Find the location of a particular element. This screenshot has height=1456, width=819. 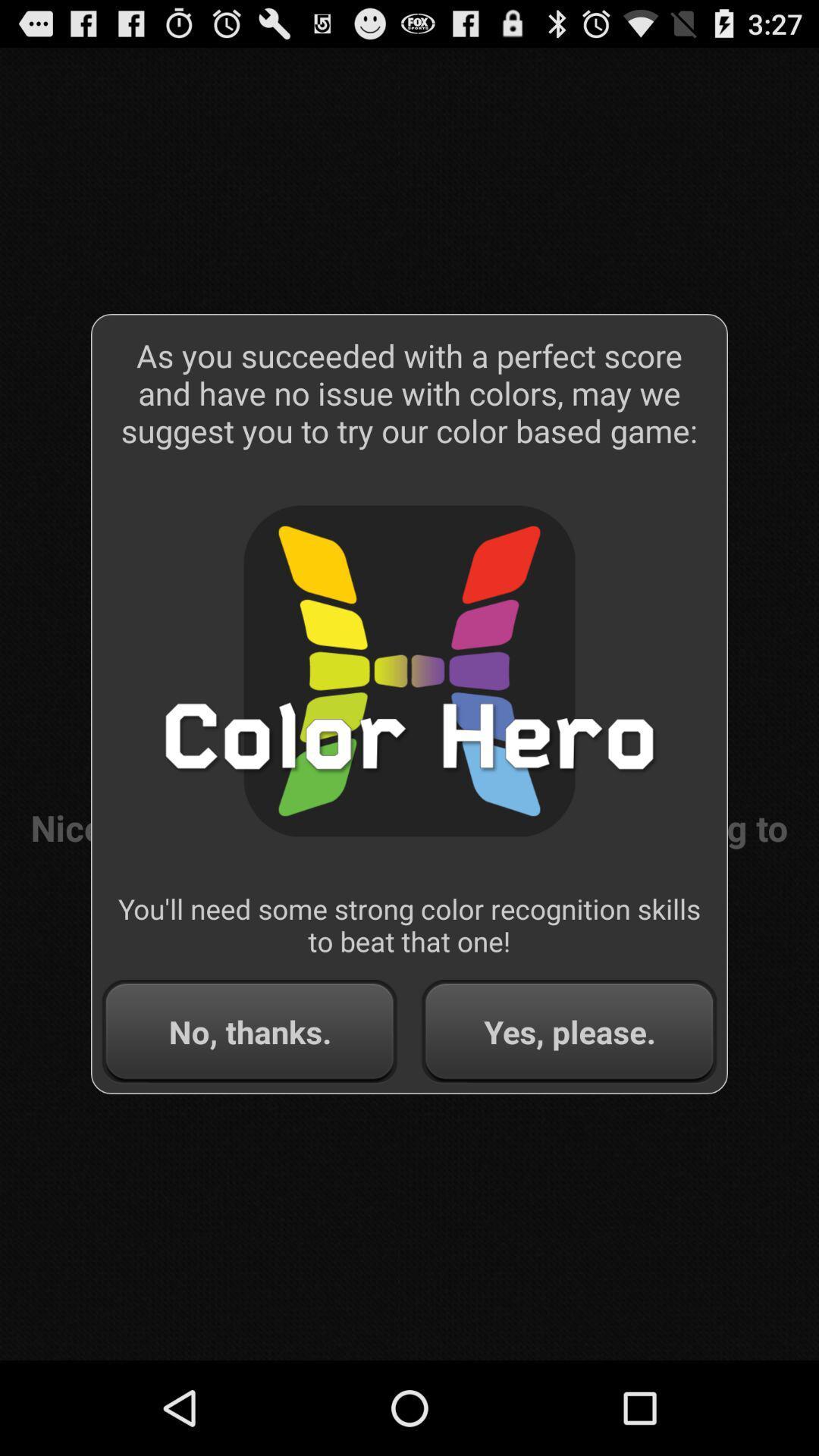

the icon at the bottom right corner is located at coordinates (569, 1031).